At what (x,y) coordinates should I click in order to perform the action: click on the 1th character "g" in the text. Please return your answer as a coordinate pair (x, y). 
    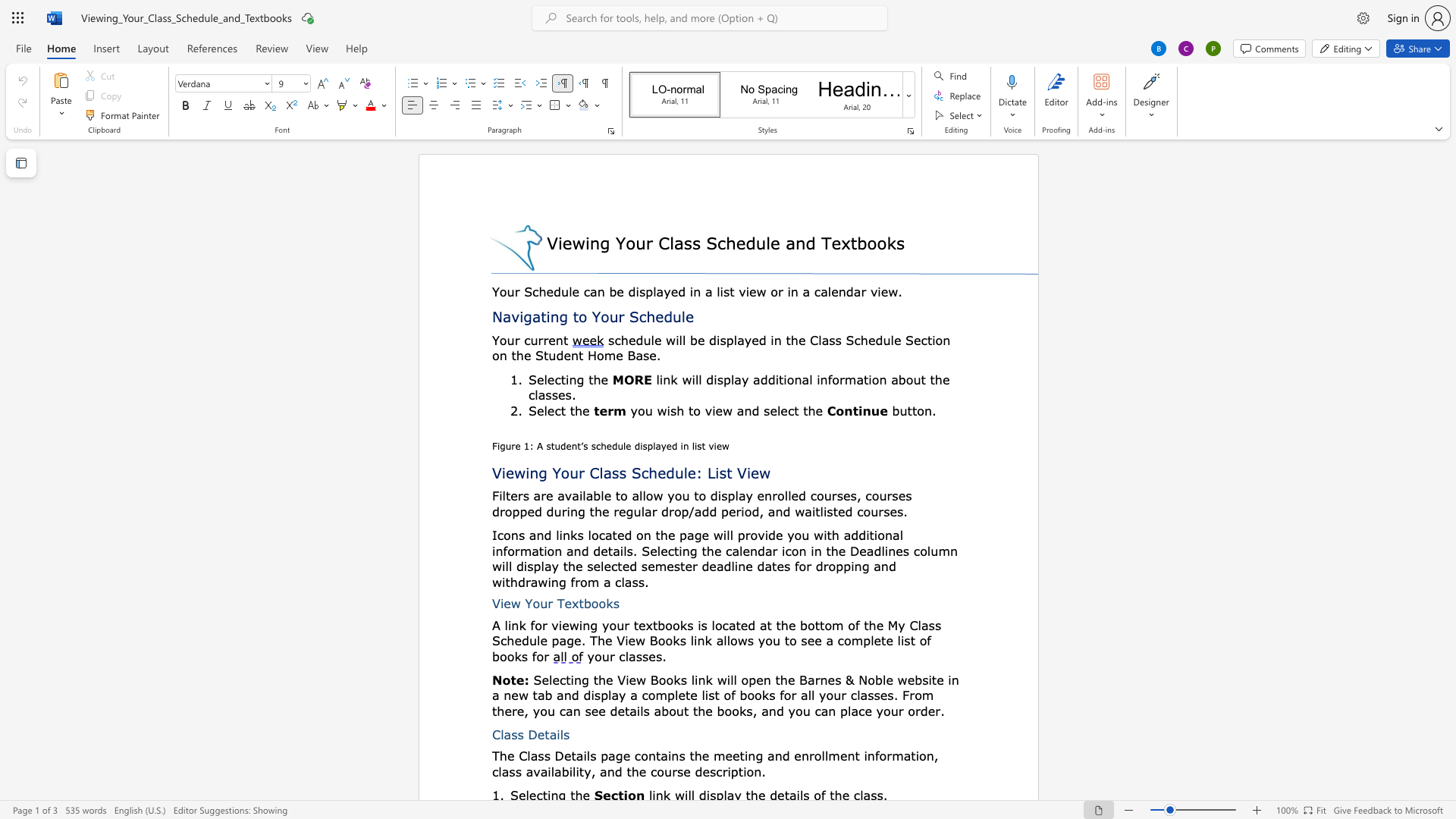
    Looking at the image, I should click on (697, 534).